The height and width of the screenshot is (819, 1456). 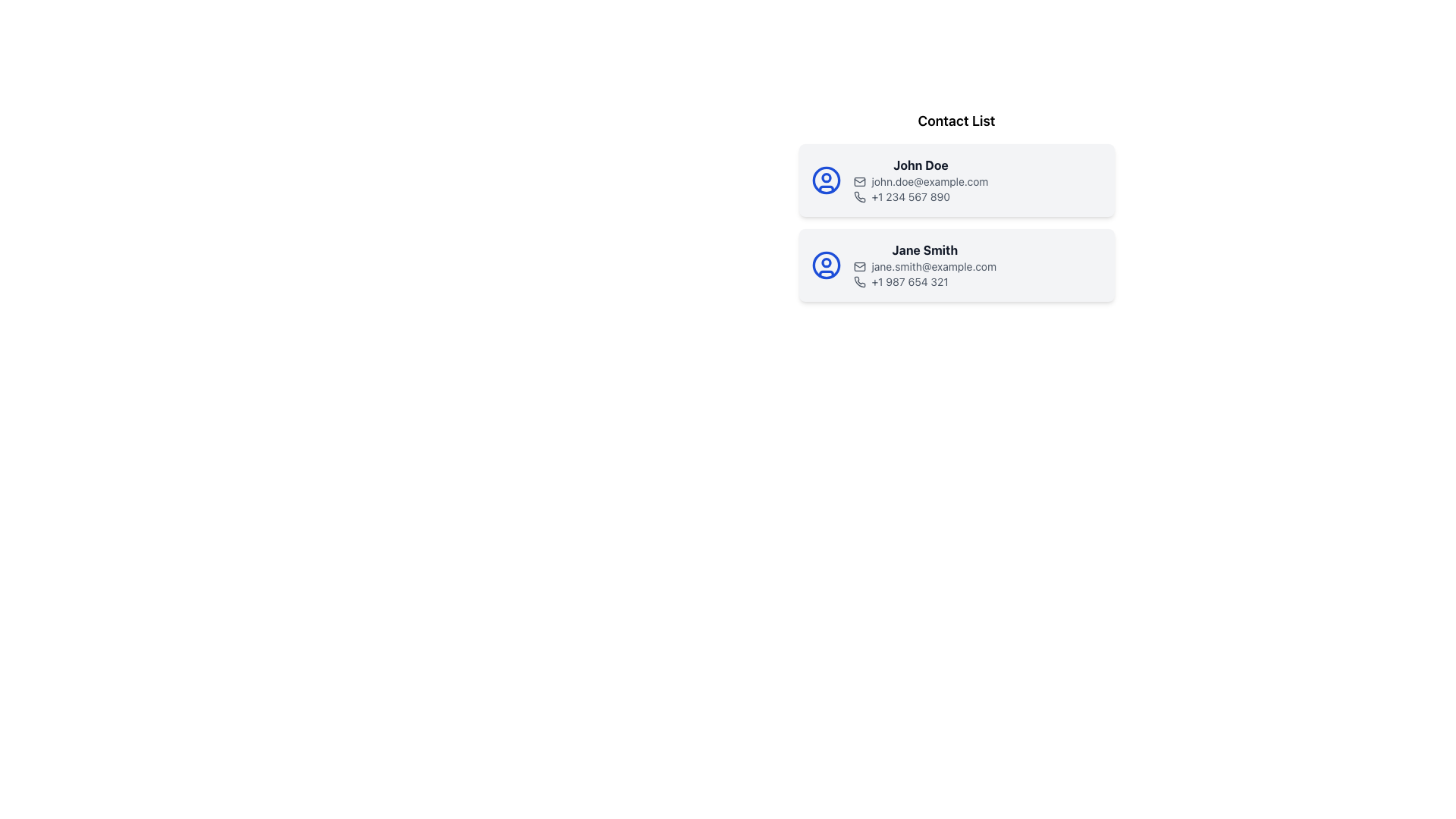 I want to click on the Graphical Icon Component representing the contact profile for 'John Doe', located to the left of the contact's name, email, and phone number in the list, so click(x=825, y=180).